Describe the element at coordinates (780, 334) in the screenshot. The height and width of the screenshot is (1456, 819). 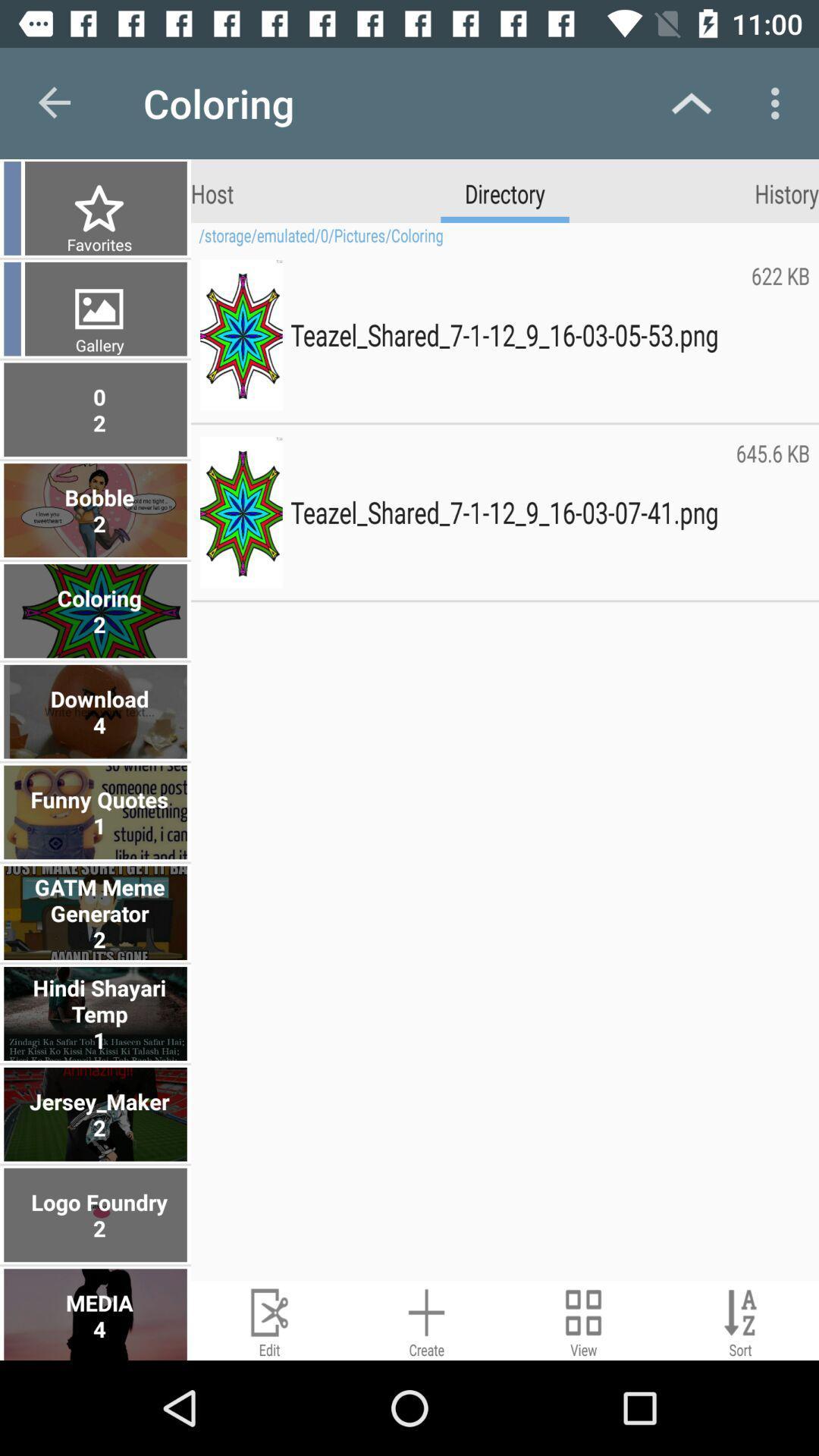
I see `the icon next to the teazel_shared_7 1 12_9_16 icon` at that location.